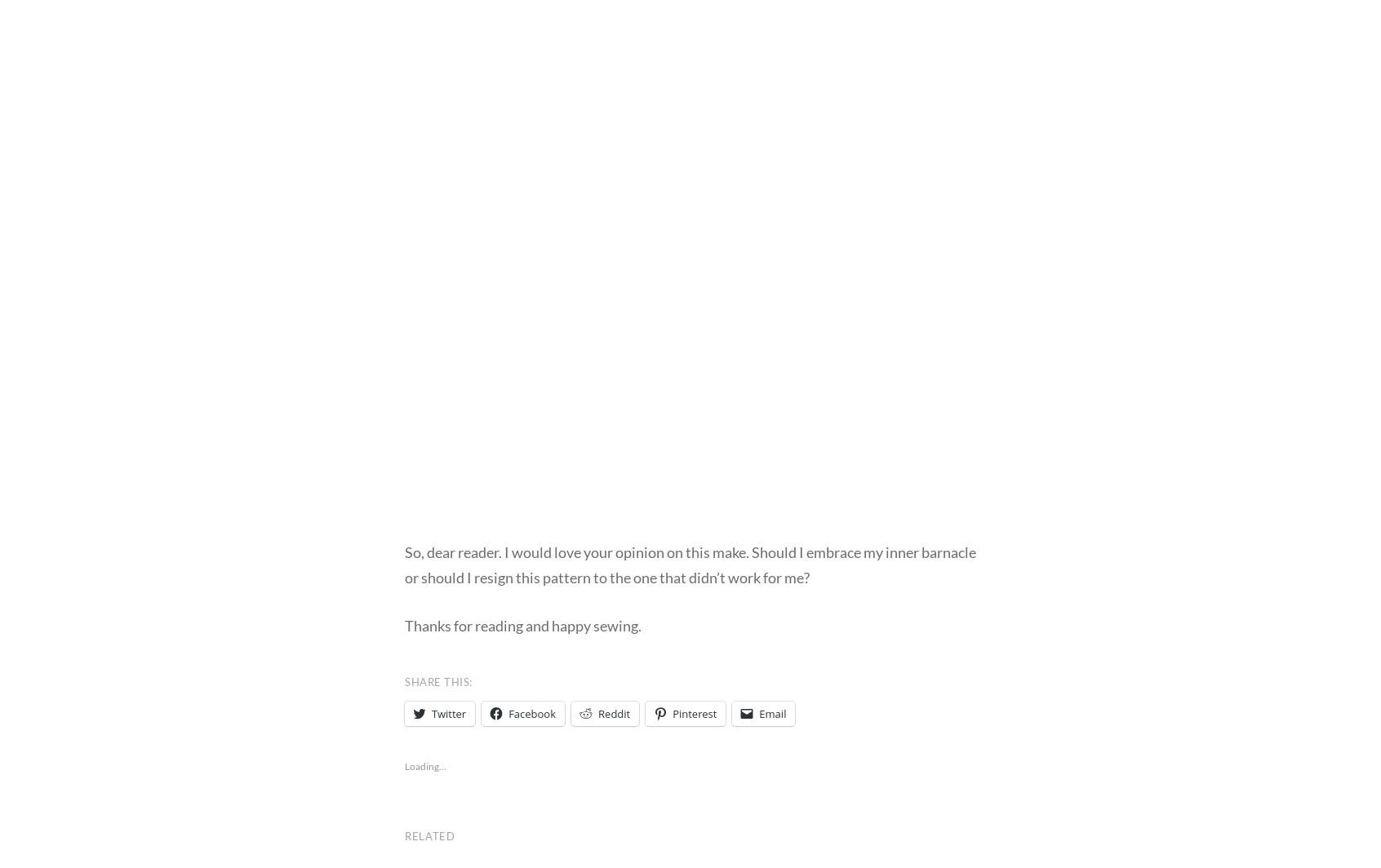  Describe the element at coordinates (613, 712) in the screenshot. I see `'Reddit'` at that location.